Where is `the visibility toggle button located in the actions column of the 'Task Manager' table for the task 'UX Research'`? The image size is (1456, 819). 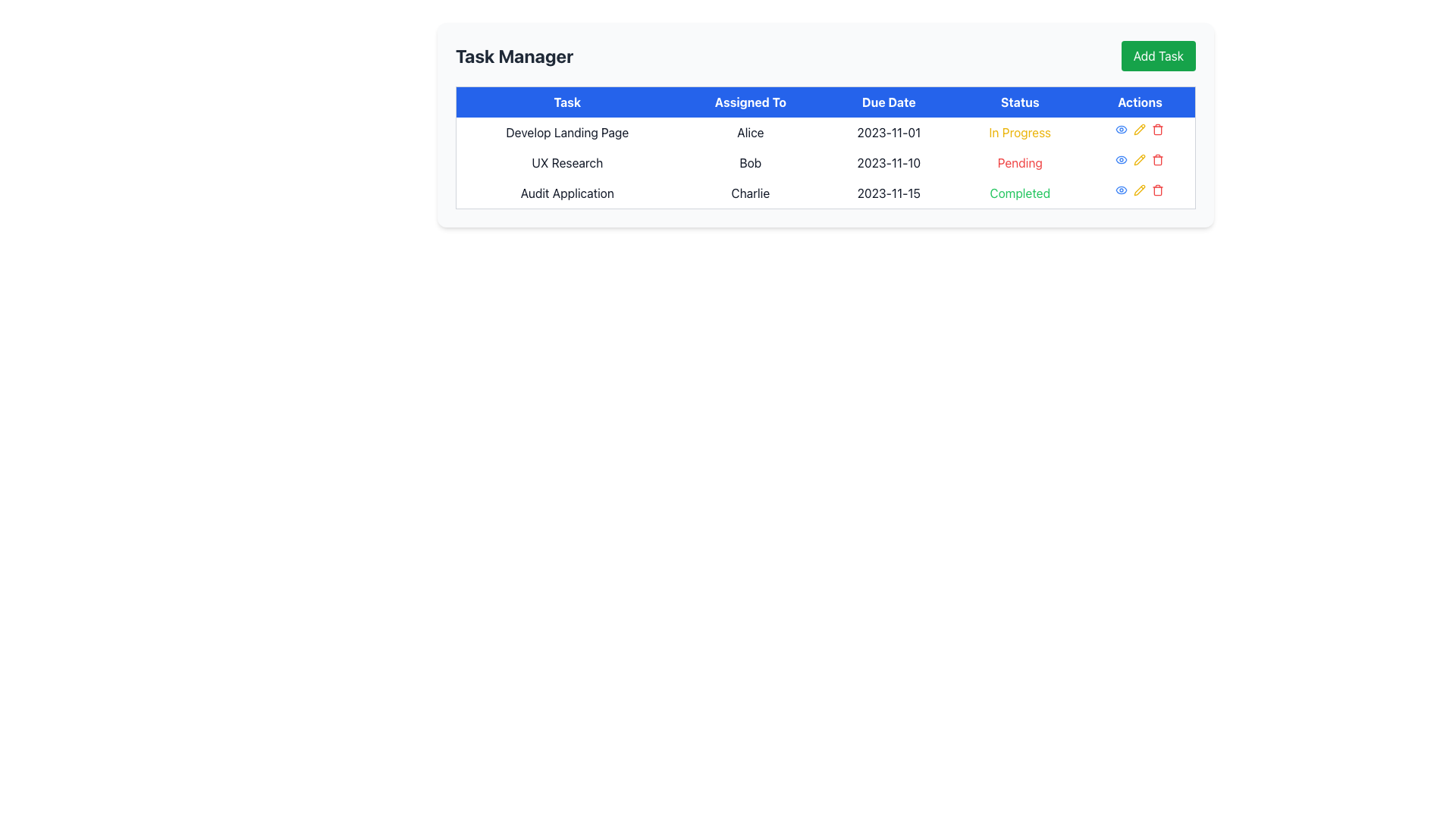 the visibility toggle button located in the actions column of the 'Task Manager' table for the task 'UX Research' is located at coordinates (1122, 189).